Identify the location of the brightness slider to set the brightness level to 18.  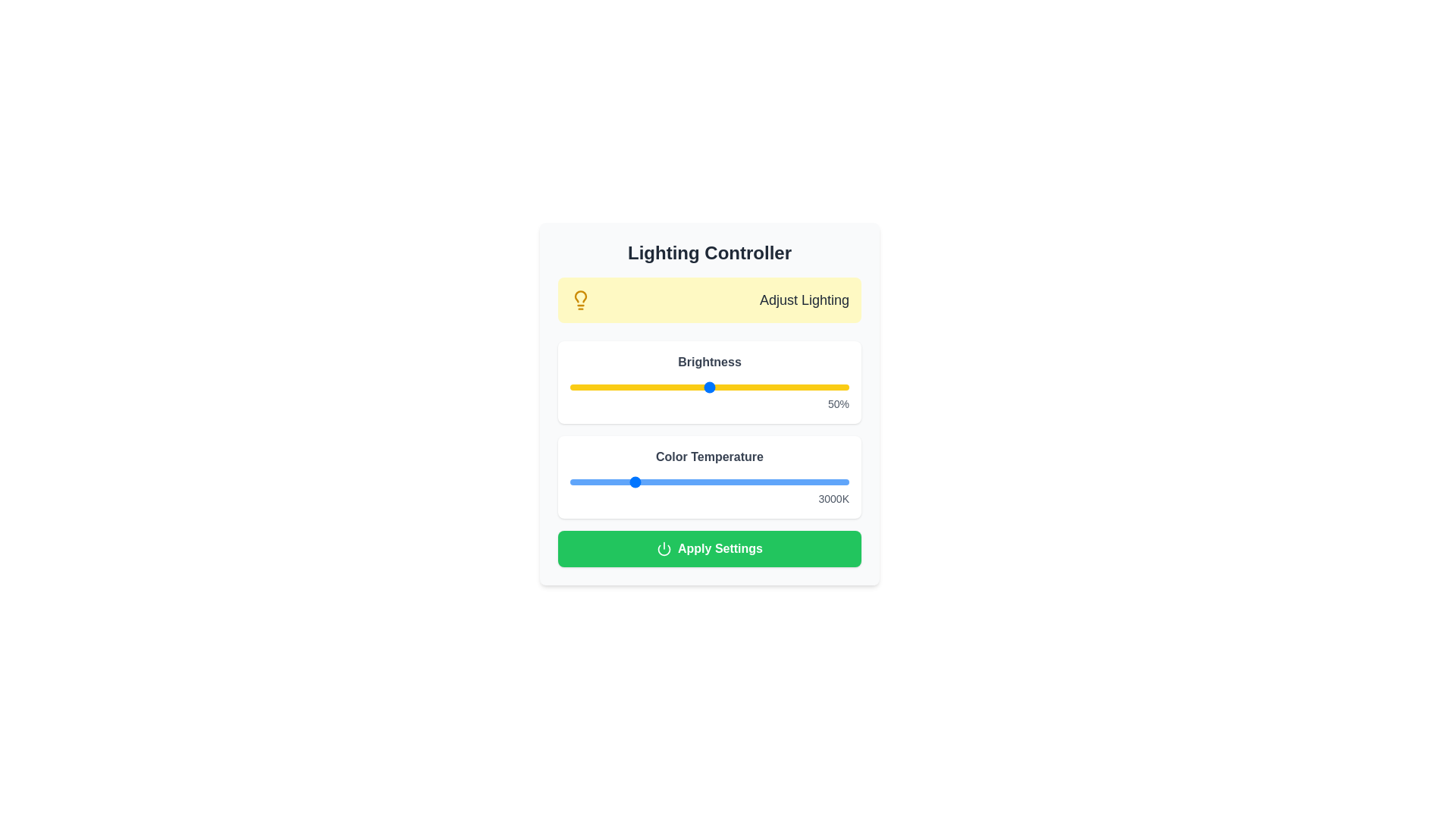
(620, 386).